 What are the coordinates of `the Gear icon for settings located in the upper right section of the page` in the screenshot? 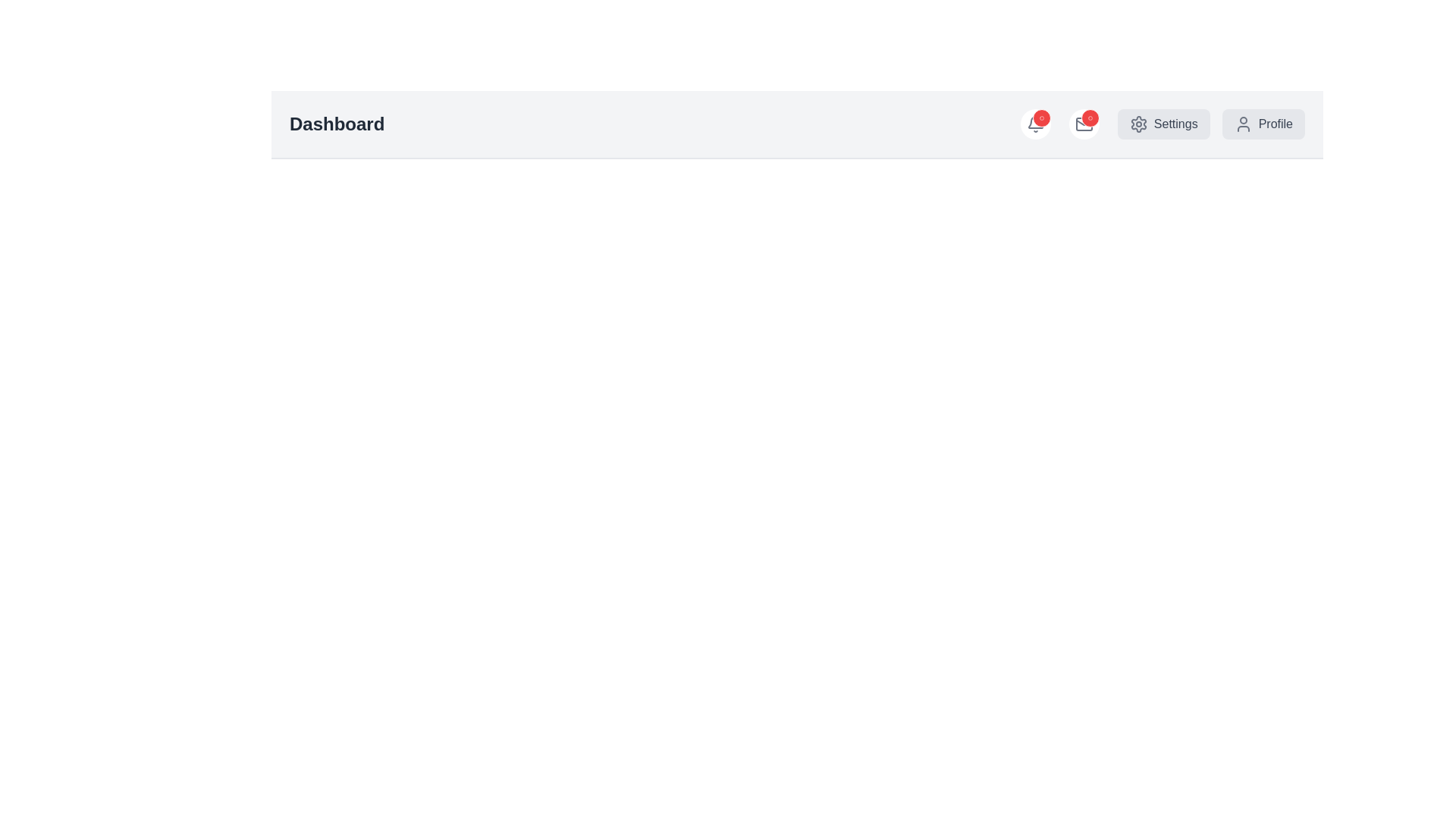 It's located at (1138, 124).